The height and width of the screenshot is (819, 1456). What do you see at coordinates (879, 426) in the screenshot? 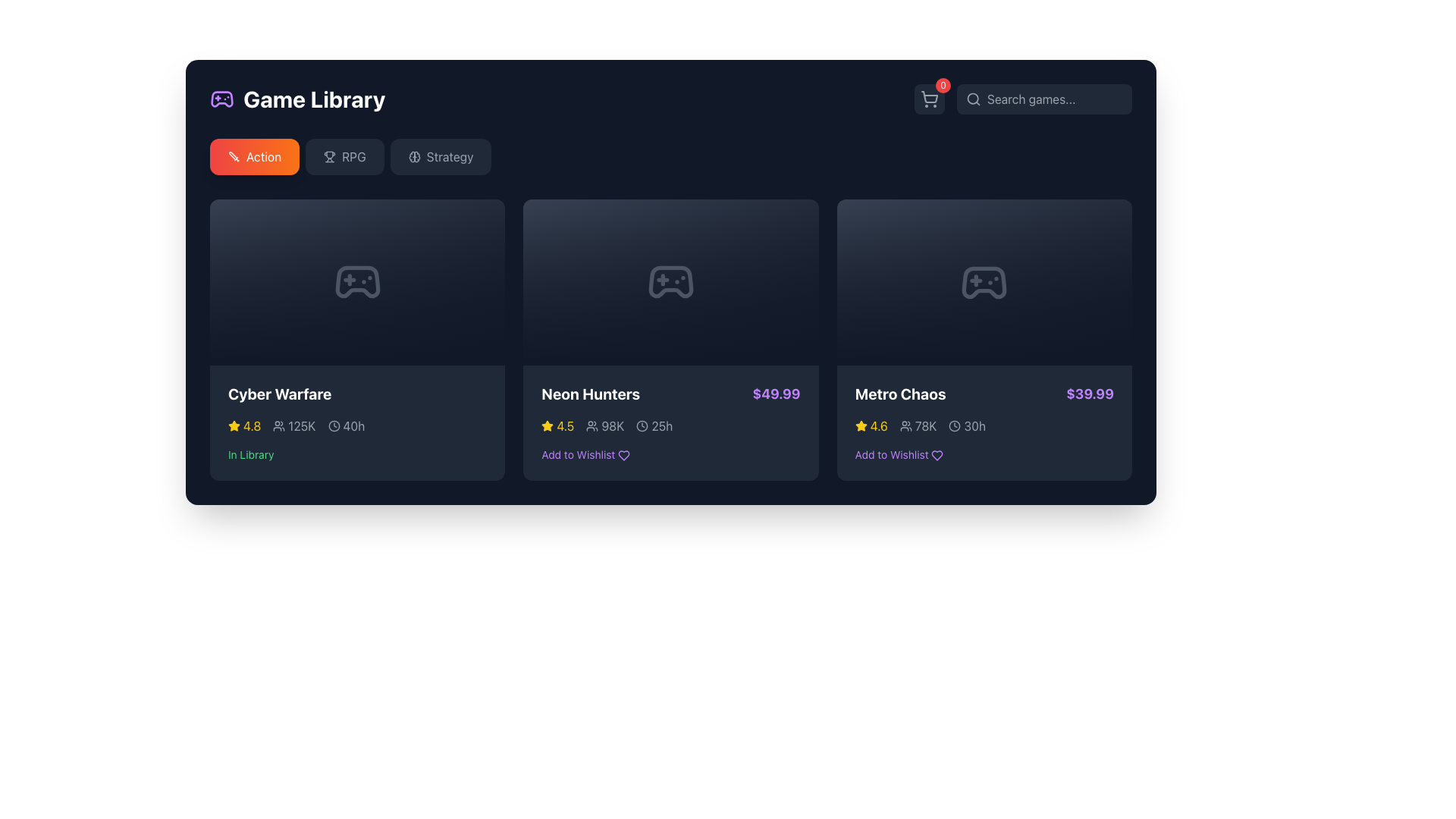
I see `the text label displaying the numeric value '4.6', styled in yellow font, located adjacent to the star icon in the rating section of the 'Metro Chaos' card` at bounding box center [879, 426].